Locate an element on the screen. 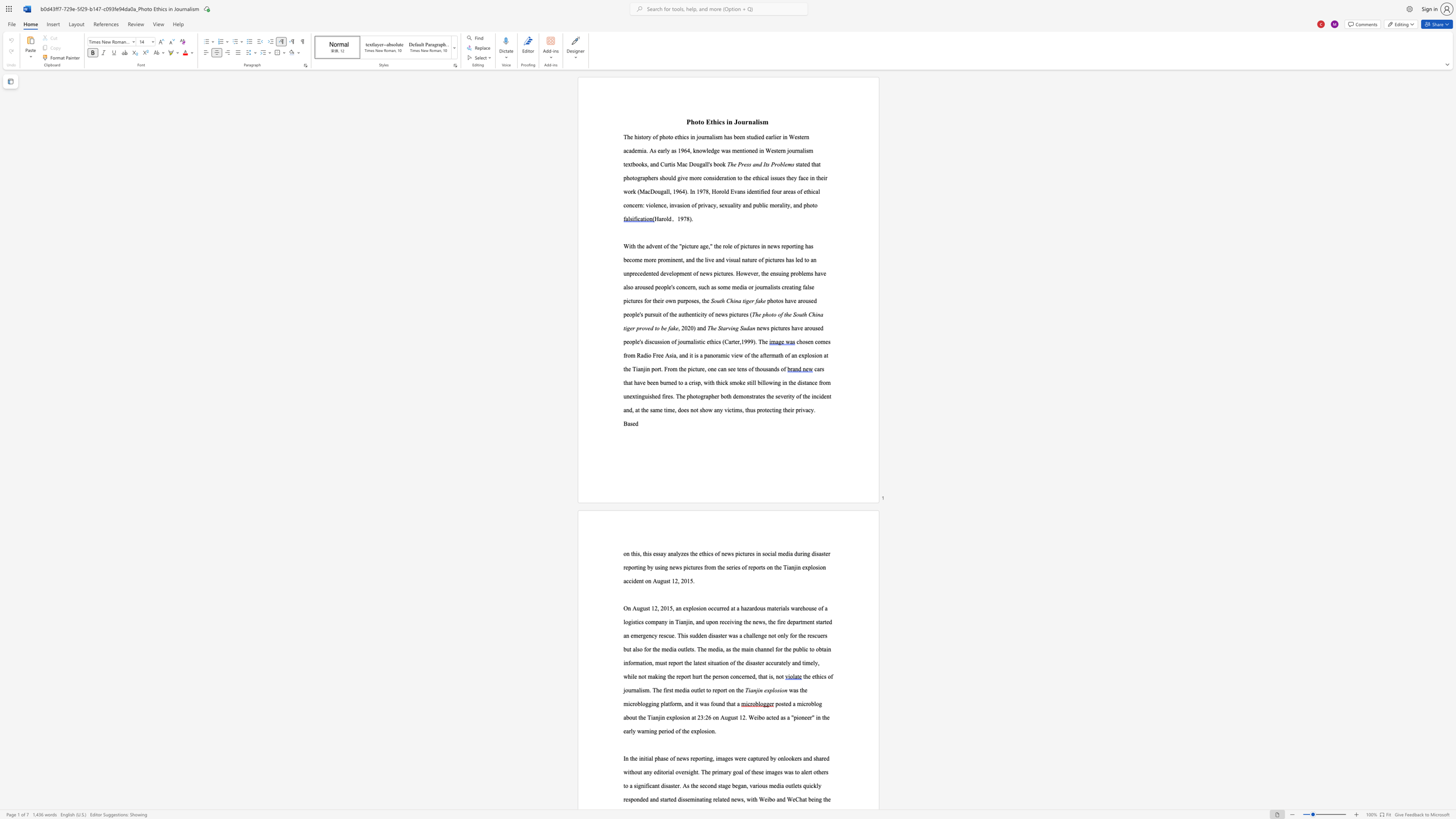 This screenshot has height=819, width=1456. the 1th character "k" in the text is located at coordinates (634, 190).